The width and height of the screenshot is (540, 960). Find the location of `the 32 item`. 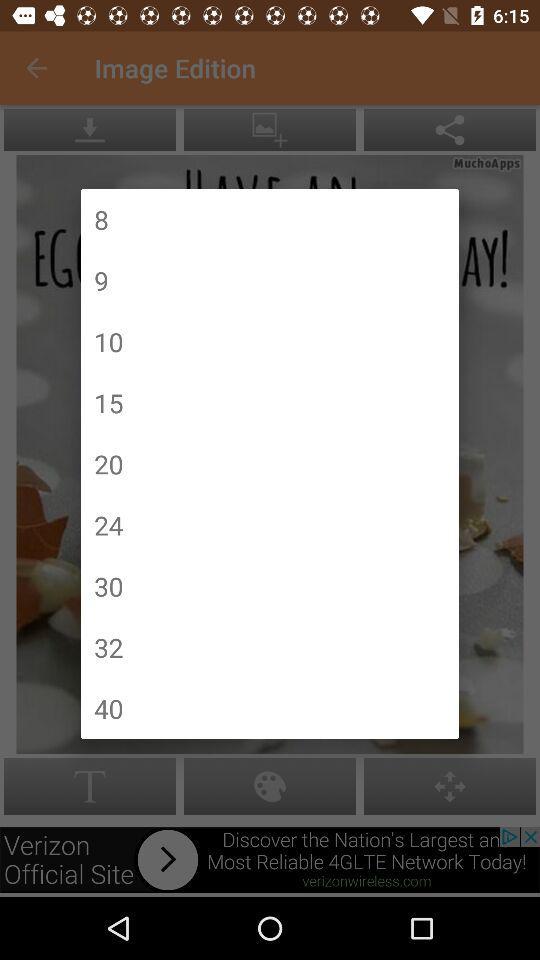

the 32 item is located at coordinates (108, 646).